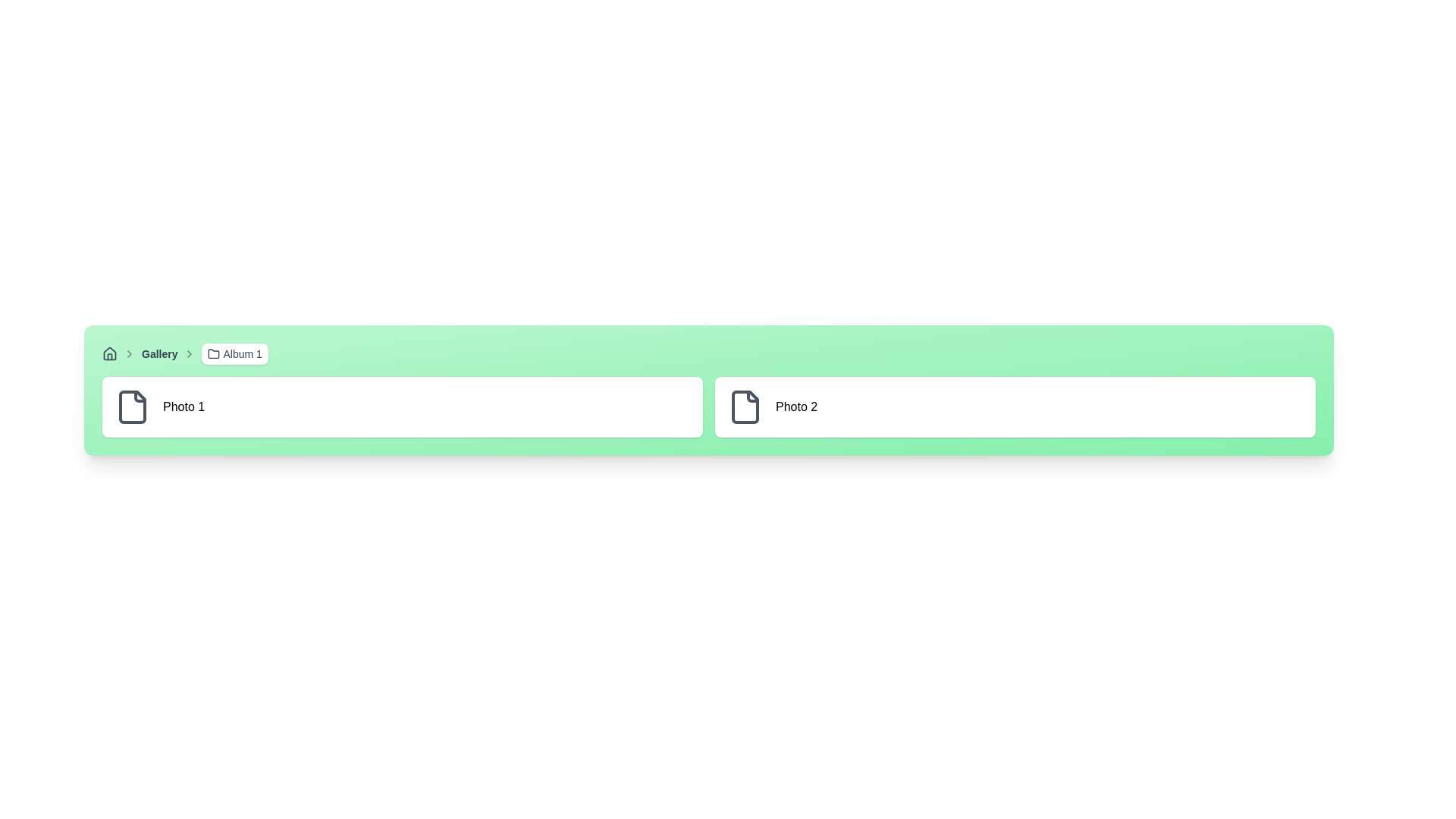 Image resolution: width=1456 pixels, height=819 pixels. What do you see at coordinates (189, 353) in the screenshot?
I see `the third chevron icon in the breadcrumb navigation, which visually separates items and indicates hierarchy, located between 'Gallery' and 'Album 1'` at bounding box center [189, 353].